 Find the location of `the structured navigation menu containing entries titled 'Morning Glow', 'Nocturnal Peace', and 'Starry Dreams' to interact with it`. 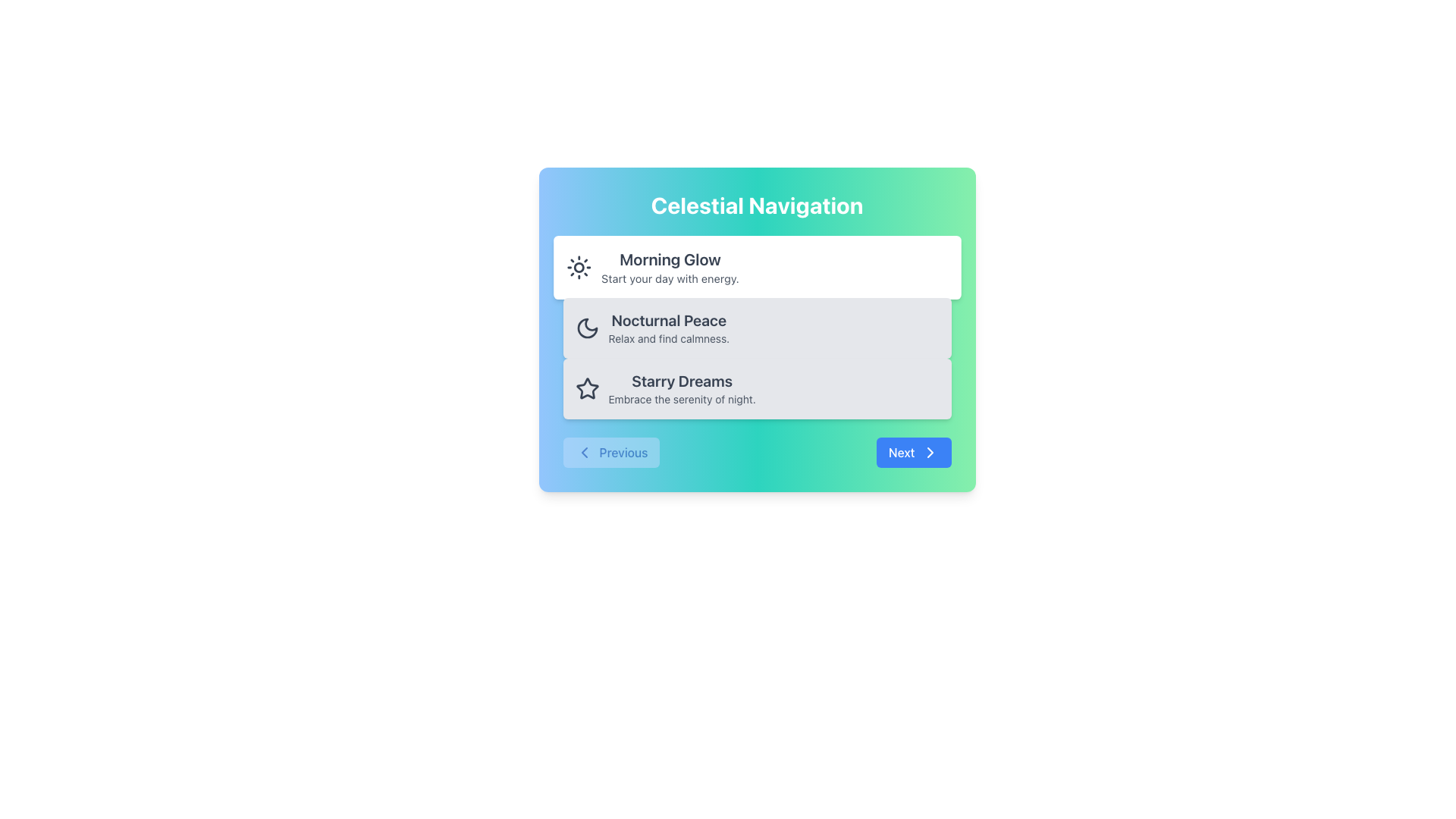

the structured navigation menu containing entries titled 'Morning Glow', 'Nocturnal Peace', and 'Starry Dreams' to interact with it is located at coordinates (757, 327).